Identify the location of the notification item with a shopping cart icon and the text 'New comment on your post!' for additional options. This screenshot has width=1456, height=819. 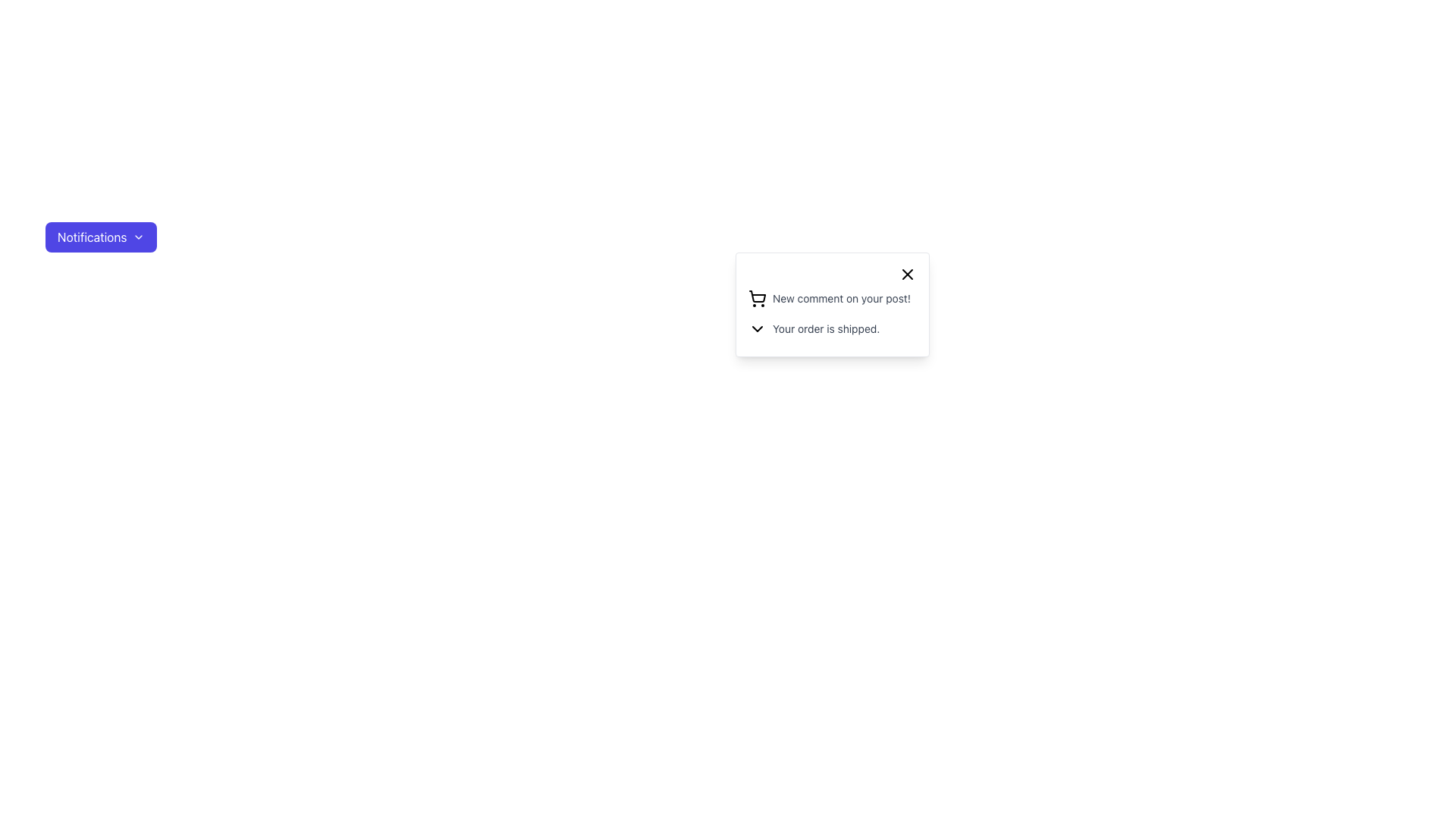
(832, 298).